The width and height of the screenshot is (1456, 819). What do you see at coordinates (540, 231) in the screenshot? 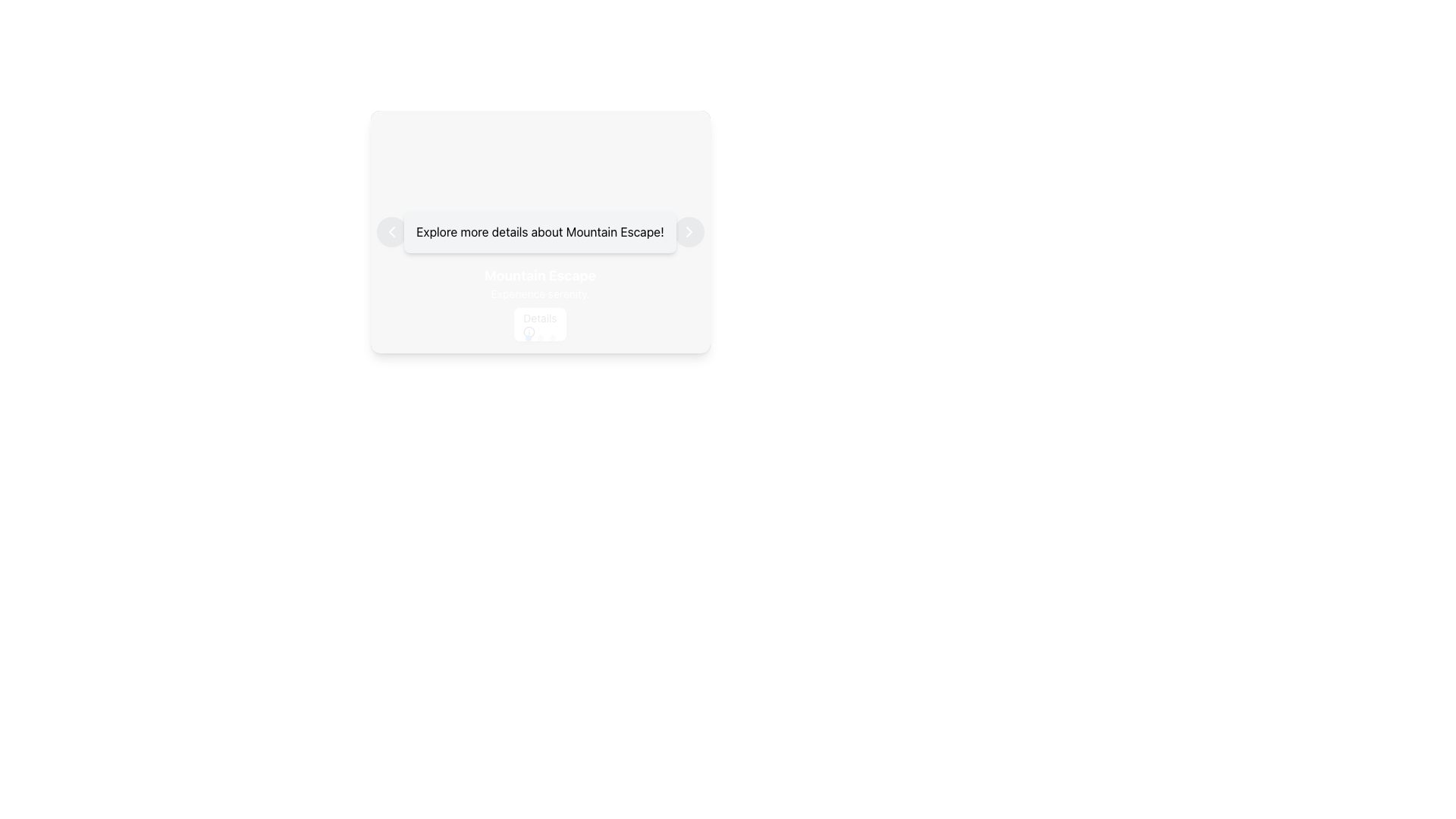
I see `the static text display that contains the text 'Explore more details about Mountain Escape!' which is displayed in a bold sans-serif font on a light gray background` at bounding box center [540, 231].